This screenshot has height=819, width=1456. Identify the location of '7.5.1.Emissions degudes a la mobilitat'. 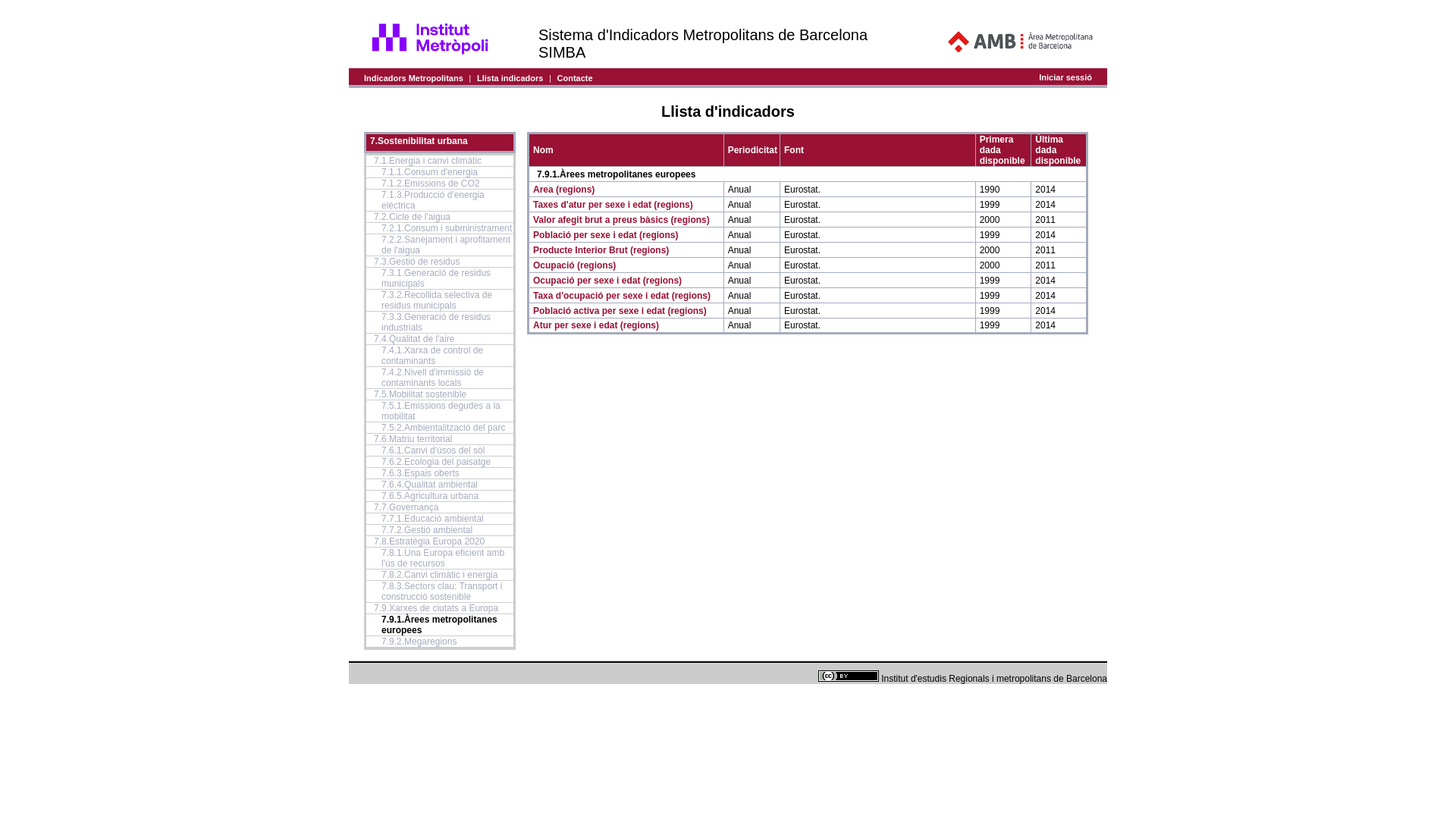
(440, 411).